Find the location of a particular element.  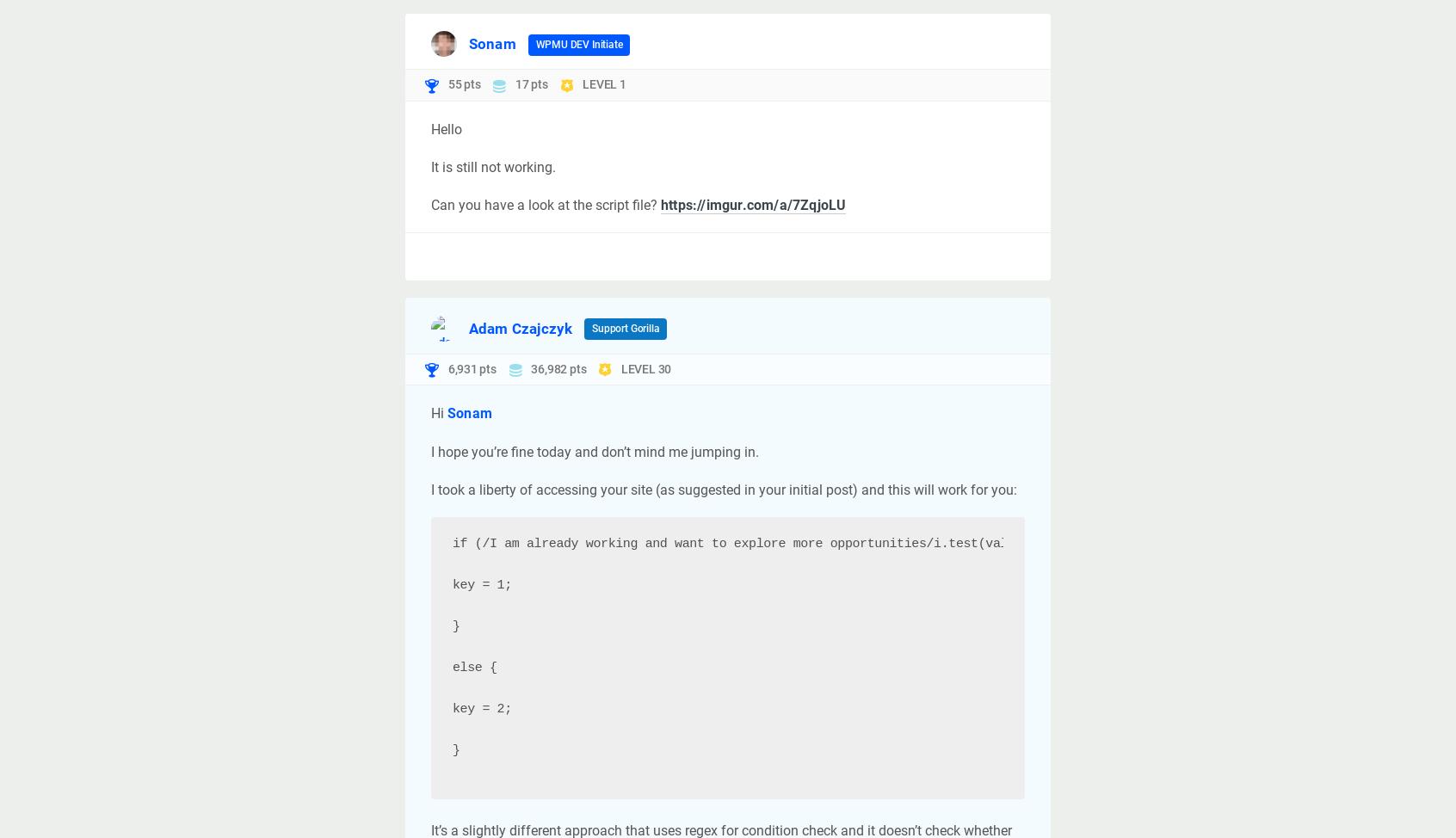

'I hope you’re fine today and don’t mind me jumping in.' is located at coordinates (595, 451).